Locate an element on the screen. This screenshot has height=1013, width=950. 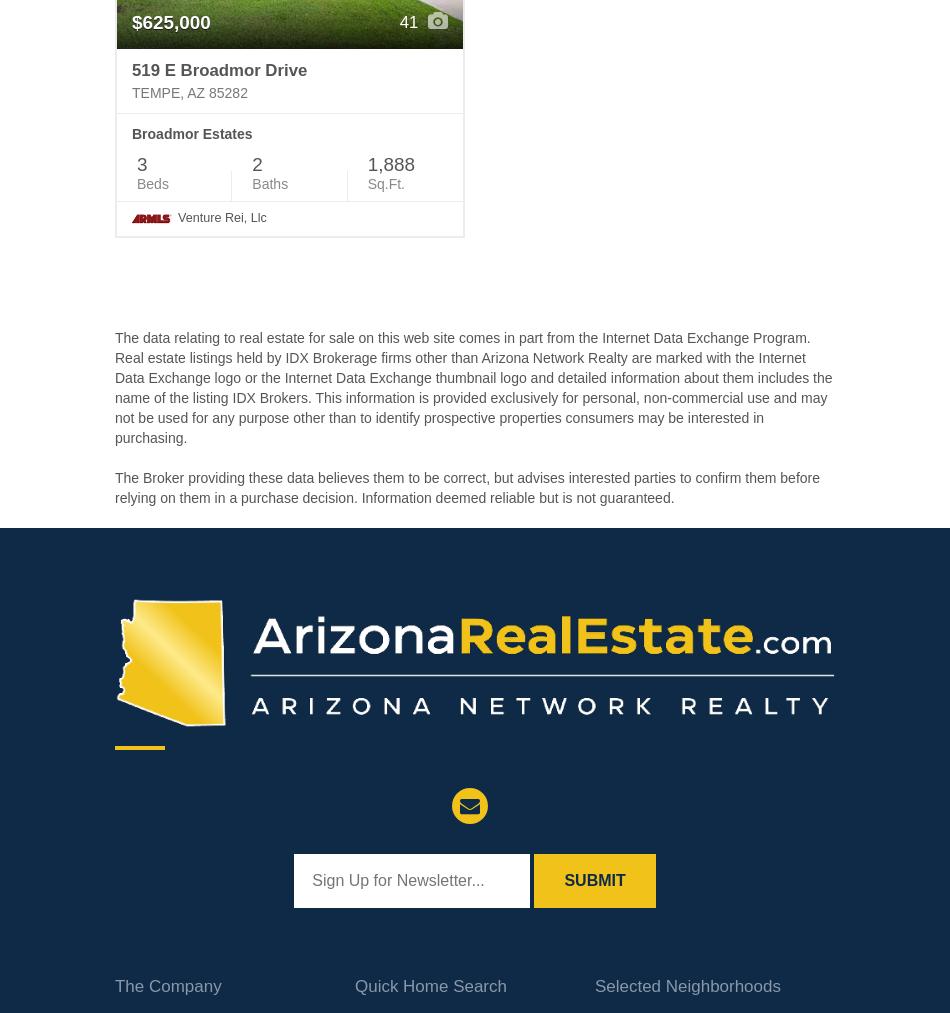
'3' is located at coordinates (142, 163).